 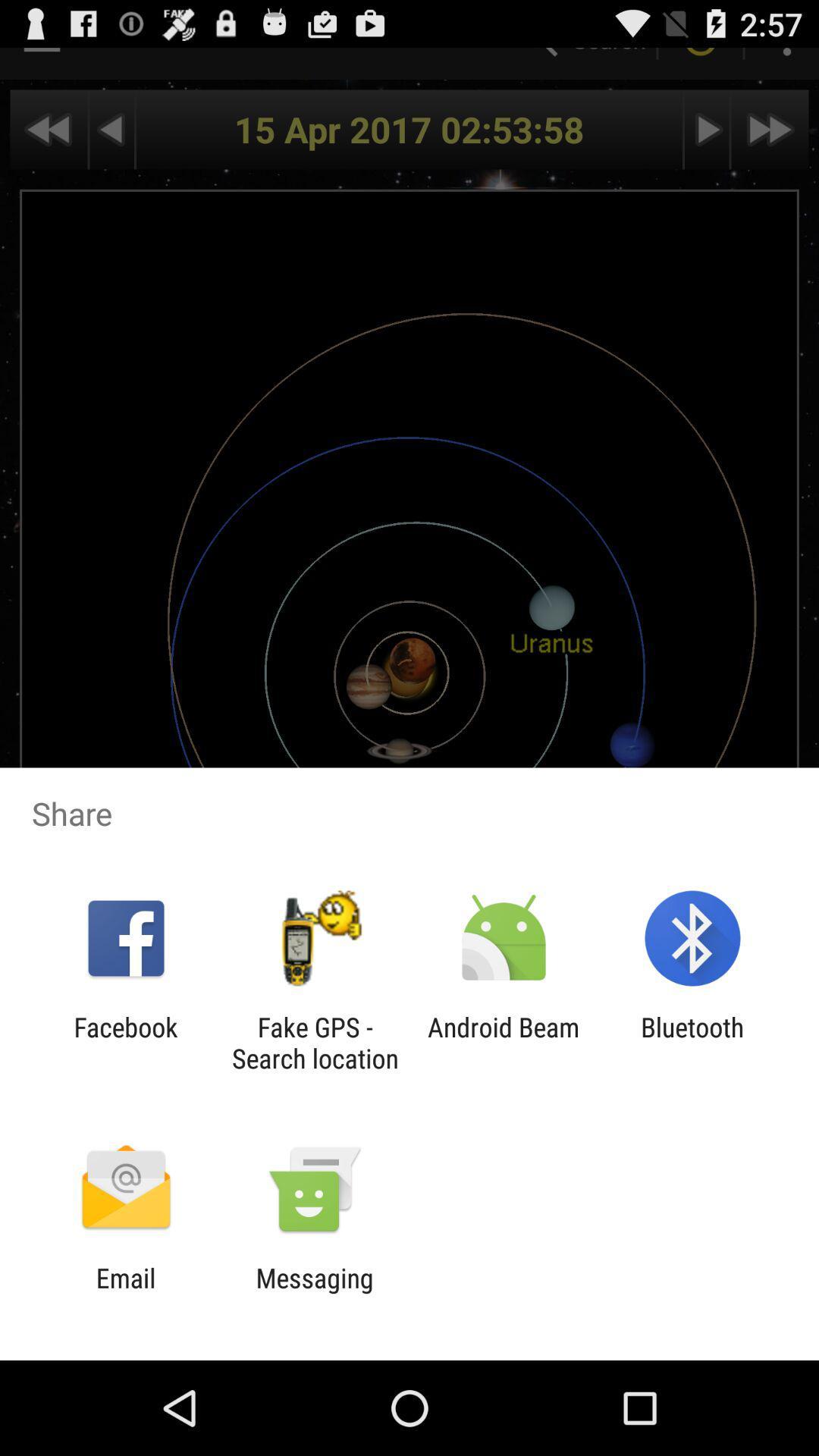 I want to click on messaging, so click(x=314, y=1293).